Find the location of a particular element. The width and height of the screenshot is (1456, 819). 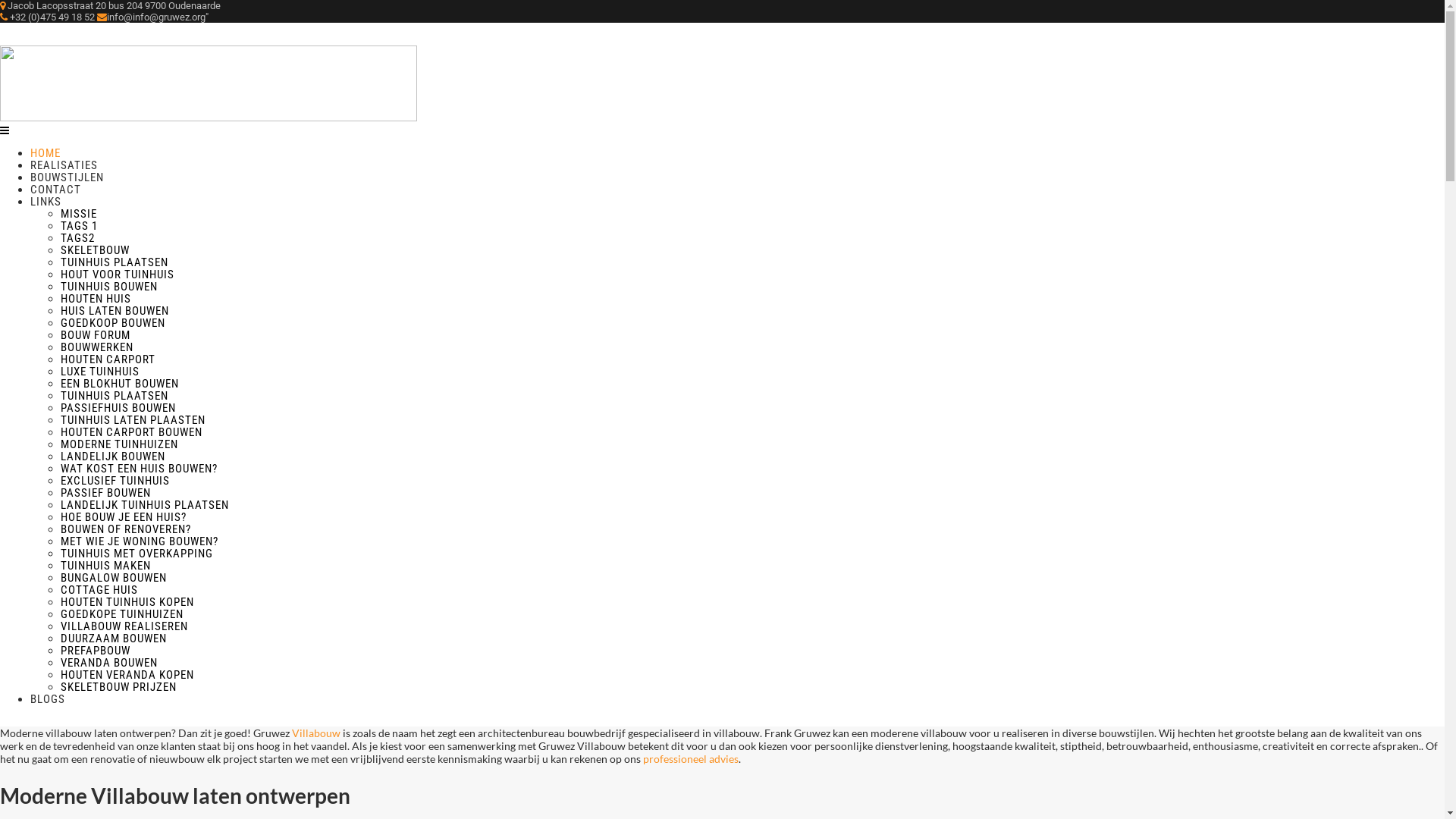

'HOUTEN HUIS' is located at coordinates (95, 298).